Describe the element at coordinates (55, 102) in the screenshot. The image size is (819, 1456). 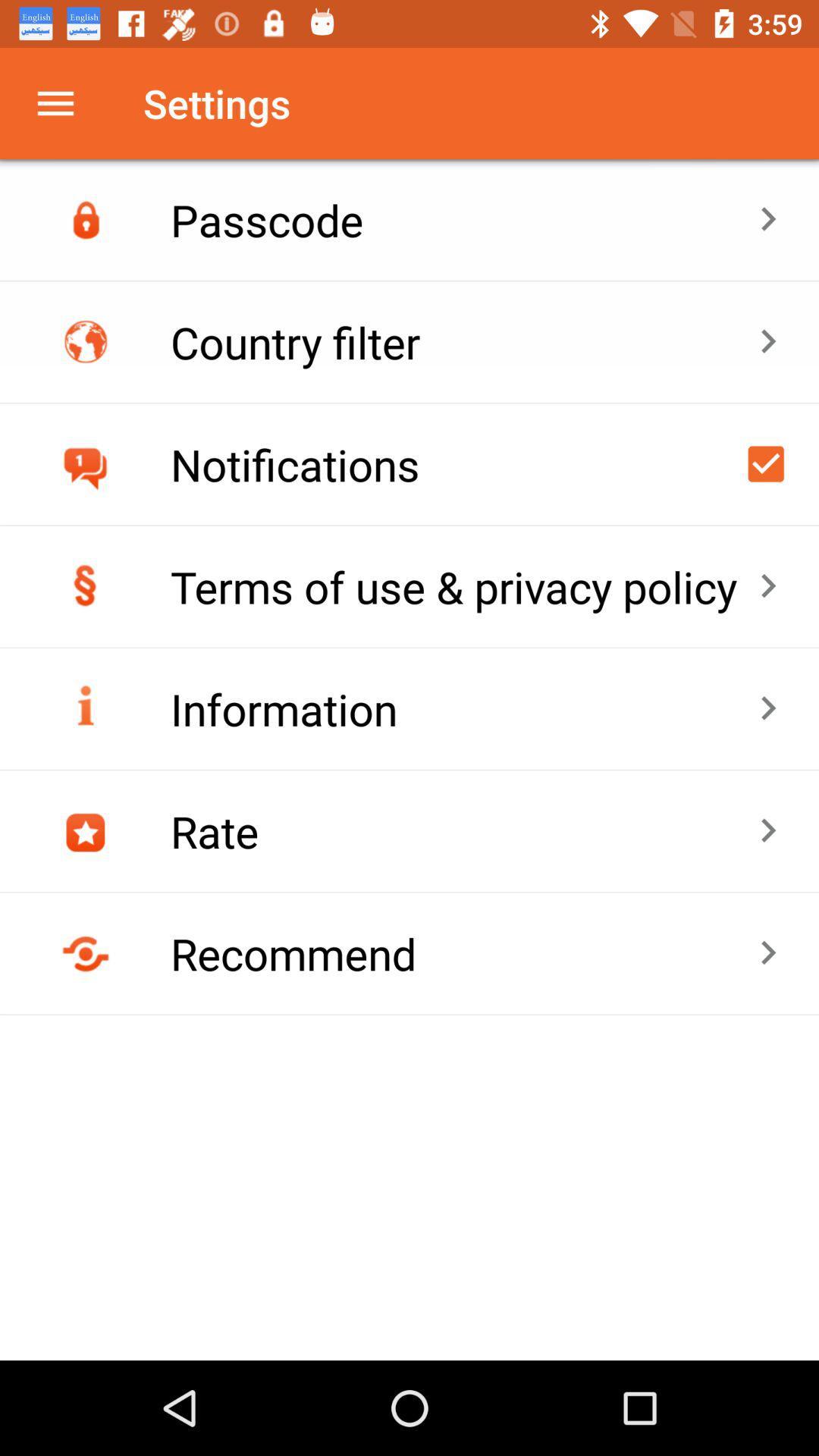
I see `the icon to the left of the settings icon` at that location.